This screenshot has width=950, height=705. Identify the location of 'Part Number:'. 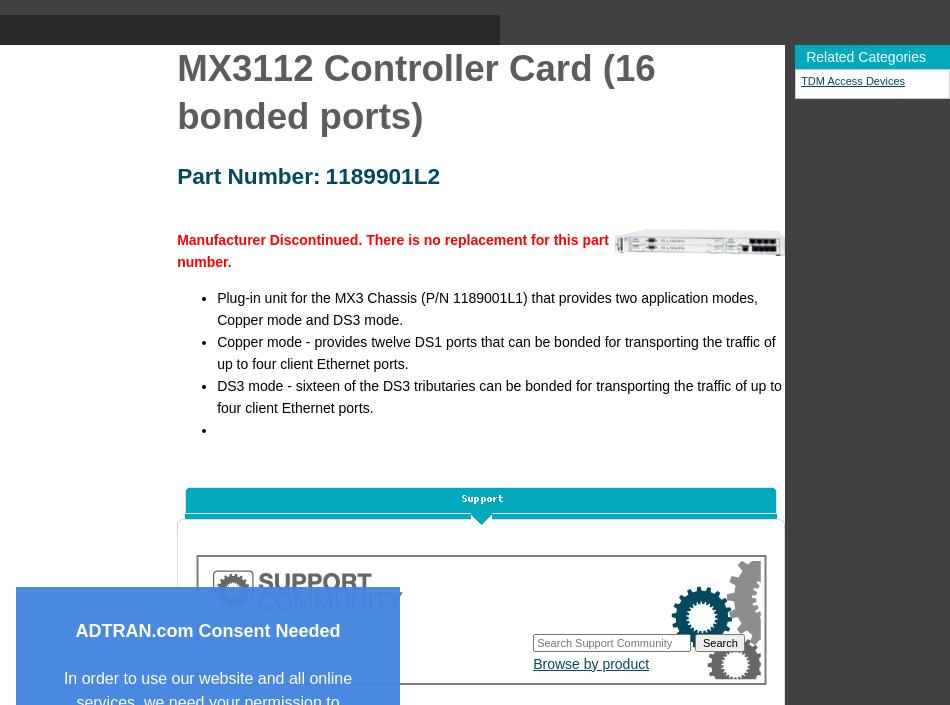
(247, 174).